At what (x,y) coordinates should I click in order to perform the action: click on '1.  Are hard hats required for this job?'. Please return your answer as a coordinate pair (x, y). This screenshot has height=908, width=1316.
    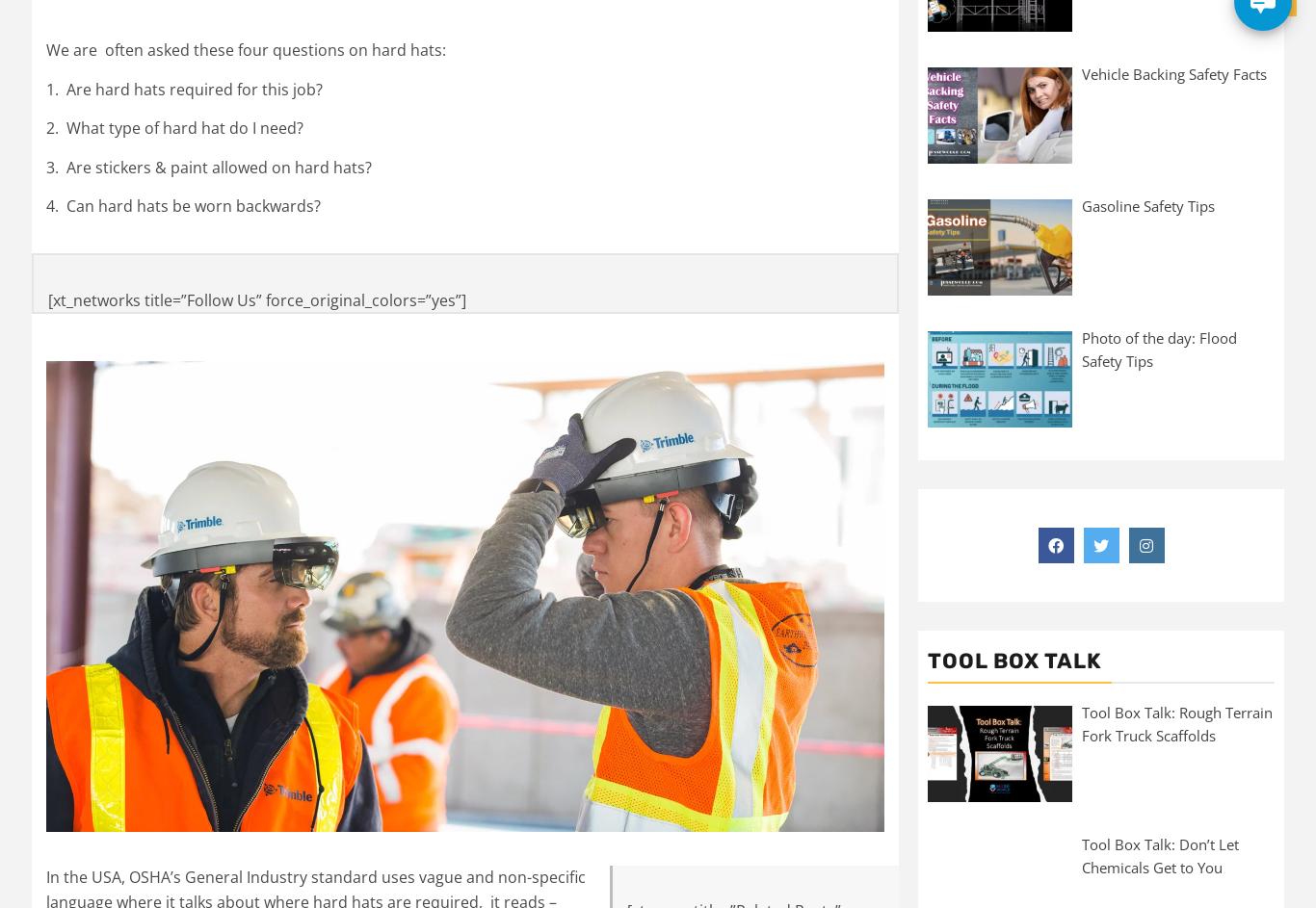
    Looking at the image, I should click on (183, 88).